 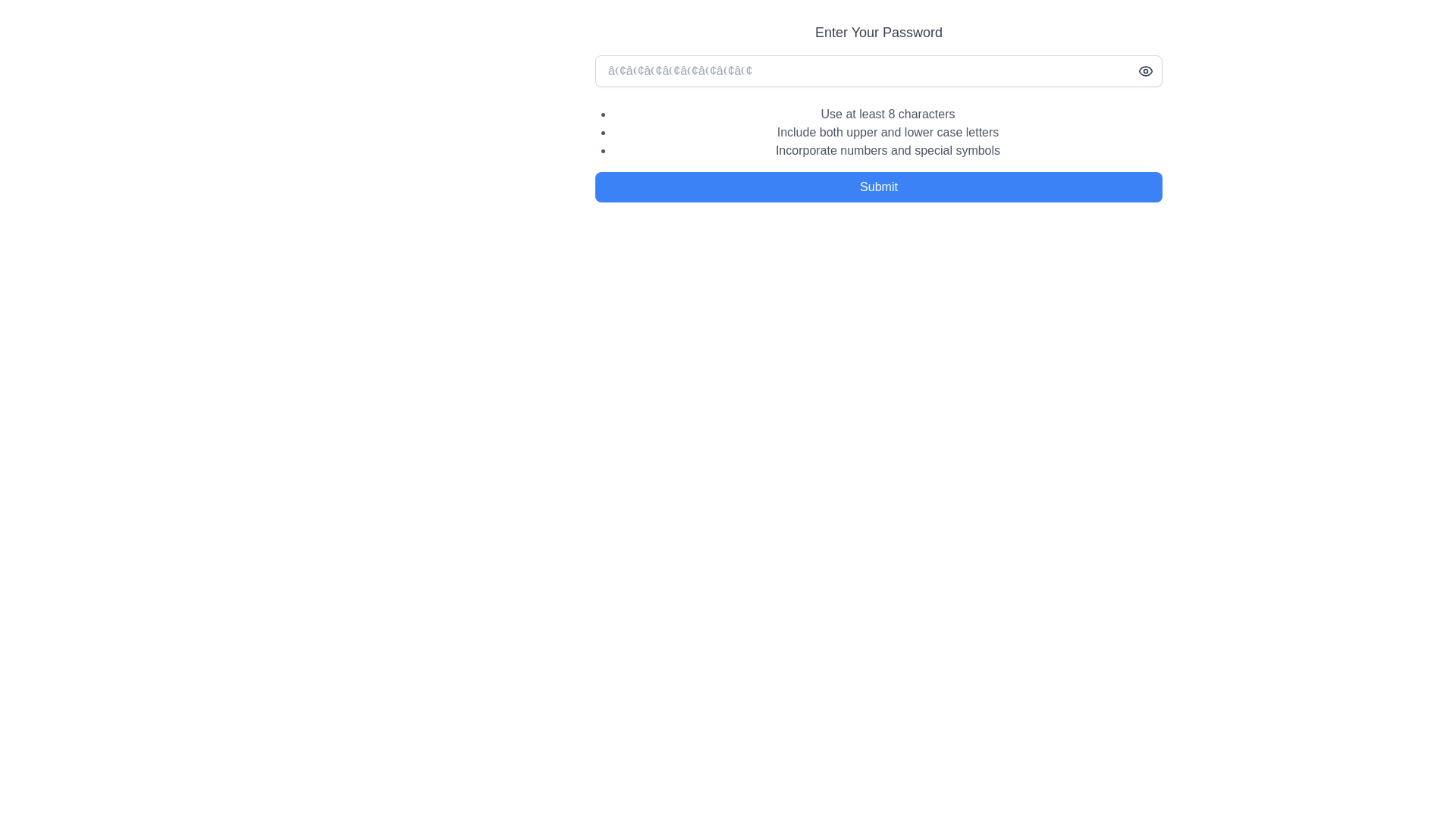 What do you see at coordinates (888, 113) in the screenshot?
I see `the first static instructional message explaining password requirements, which is located directly beneath the password input field` at bounding box center [888, 113].